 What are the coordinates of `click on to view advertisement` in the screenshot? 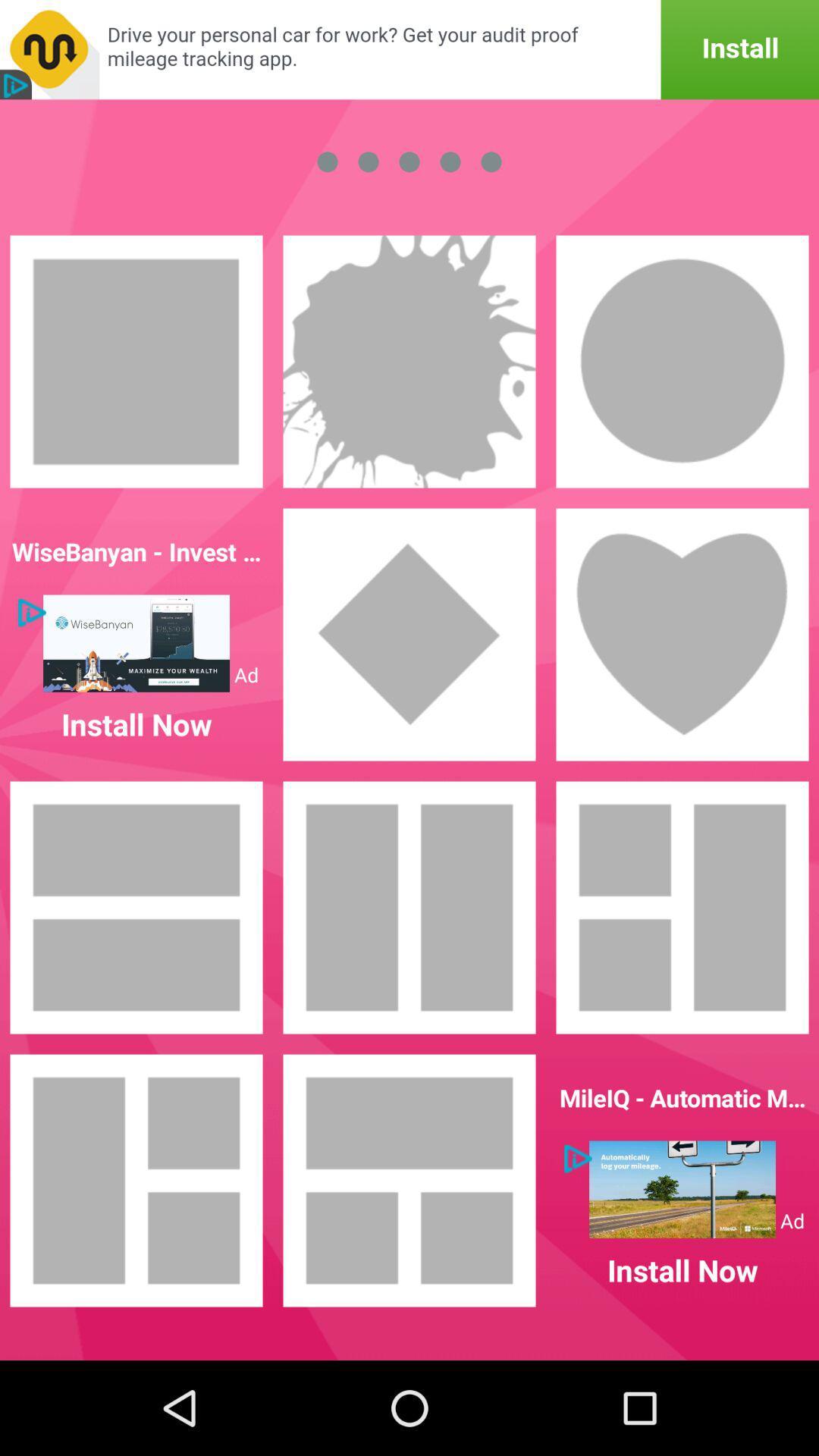 It's located at (681, 1188).